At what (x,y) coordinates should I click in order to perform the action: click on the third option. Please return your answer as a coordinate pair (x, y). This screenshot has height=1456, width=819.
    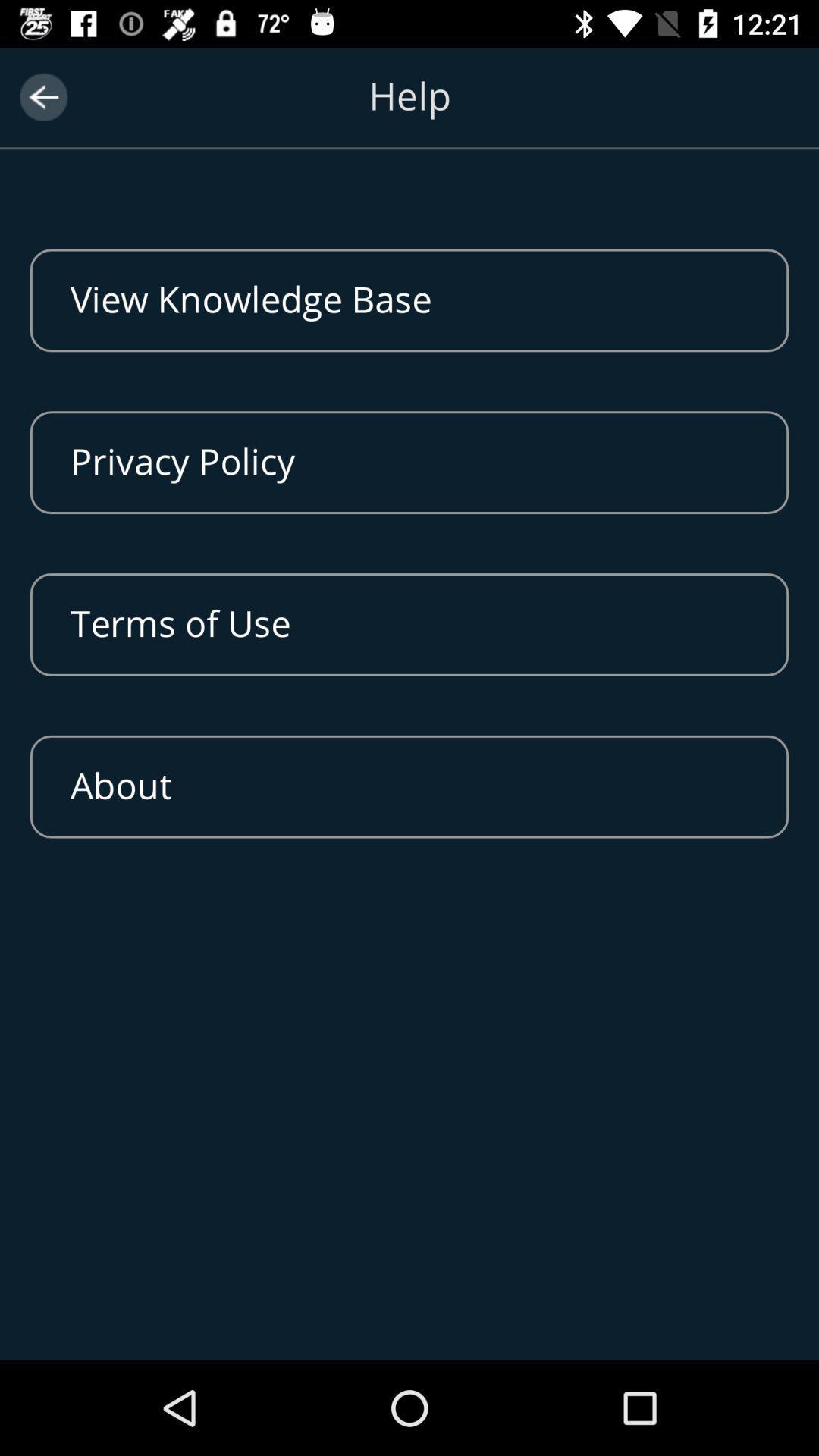
    Looking at the image, I should click on (409, 625).